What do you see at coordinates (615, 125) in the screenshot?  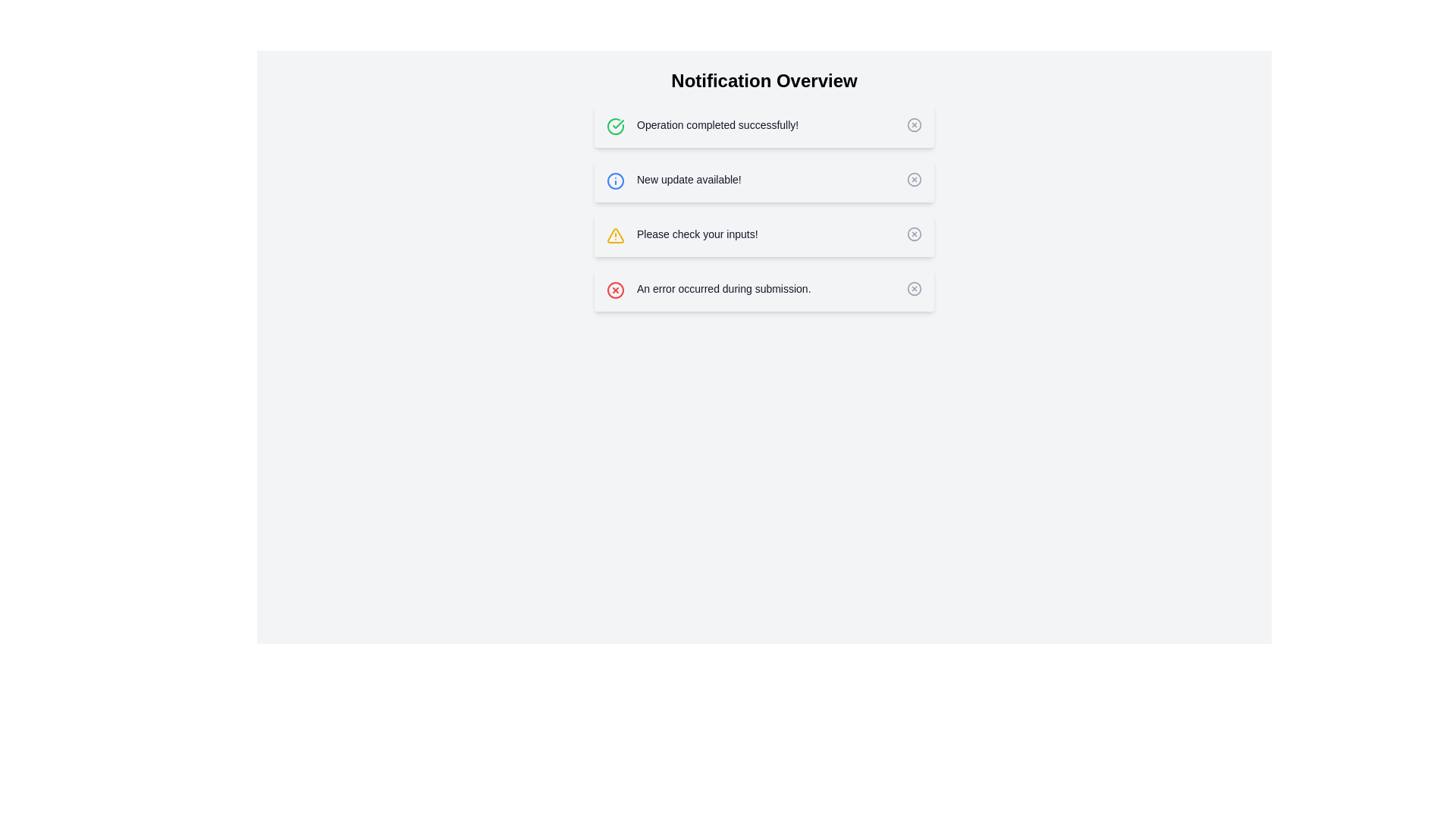 I see `the success completion icon located at the leftmost side of the notification box labeled 'Operation completed successfully!'` at bounding box center [615, 125].